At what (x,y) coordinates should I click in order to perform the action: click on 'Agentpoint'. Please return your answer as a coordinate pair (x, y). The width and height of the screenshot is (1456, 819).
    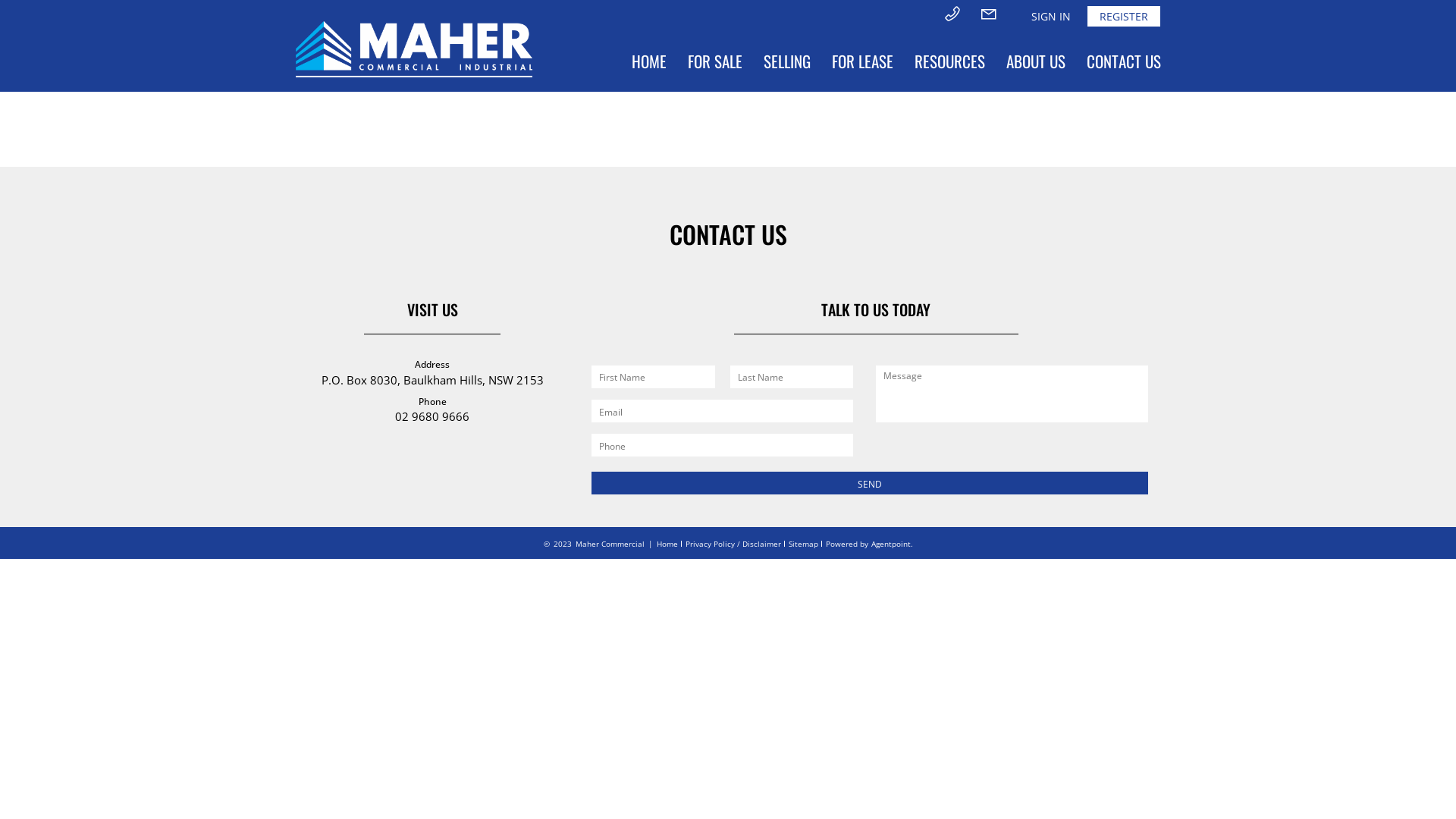
    Looking at the image, I should click on (890, 543).